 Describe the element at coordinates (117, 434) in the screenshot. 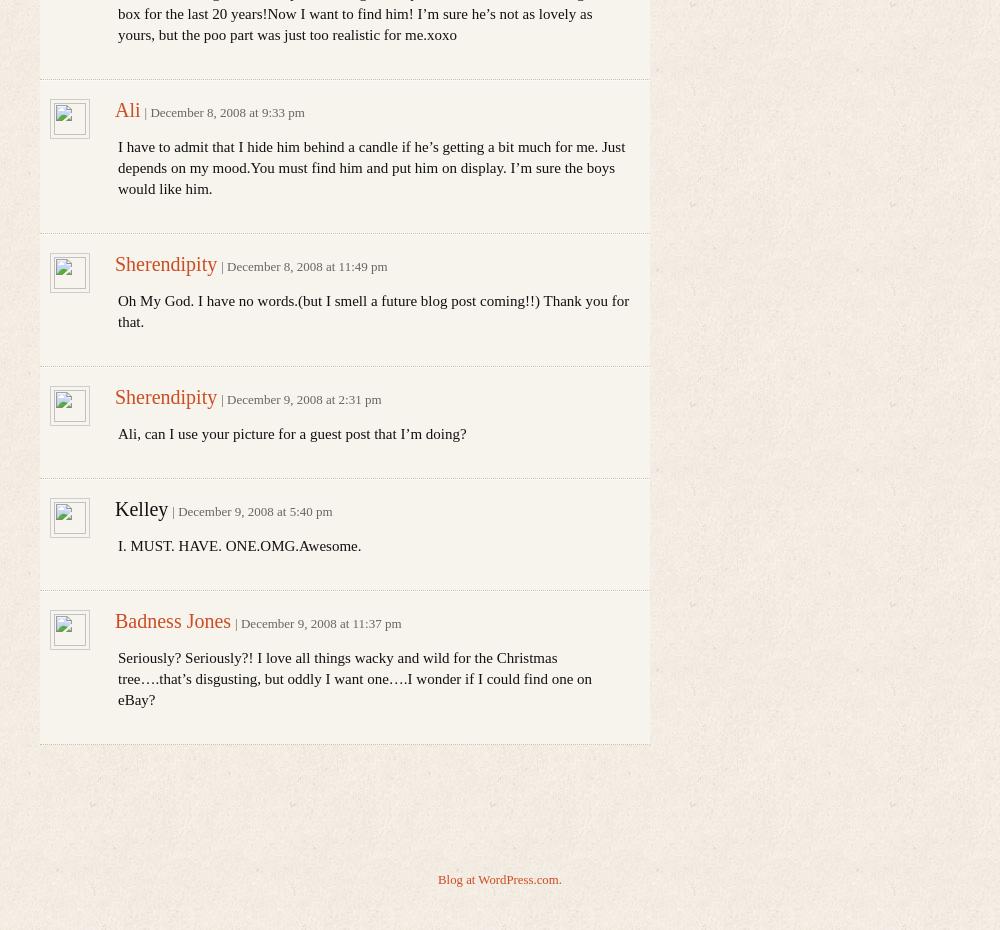

I see `'Ali, can I use your picture for a guest post that I’m doing?'` at that location.